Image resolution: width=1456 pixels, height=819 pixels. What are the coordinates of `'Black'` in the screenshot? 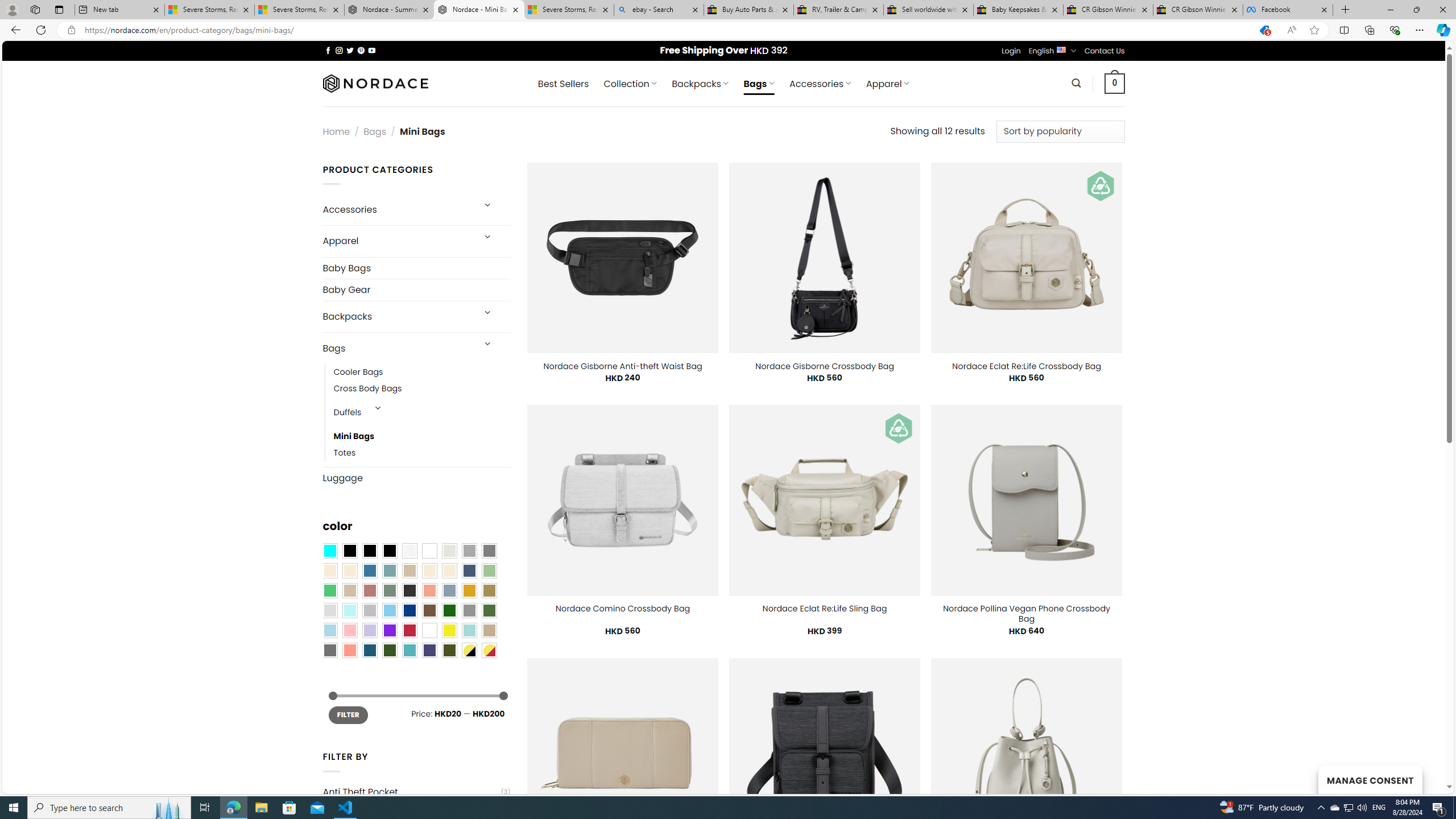 It's located at (369, 551).